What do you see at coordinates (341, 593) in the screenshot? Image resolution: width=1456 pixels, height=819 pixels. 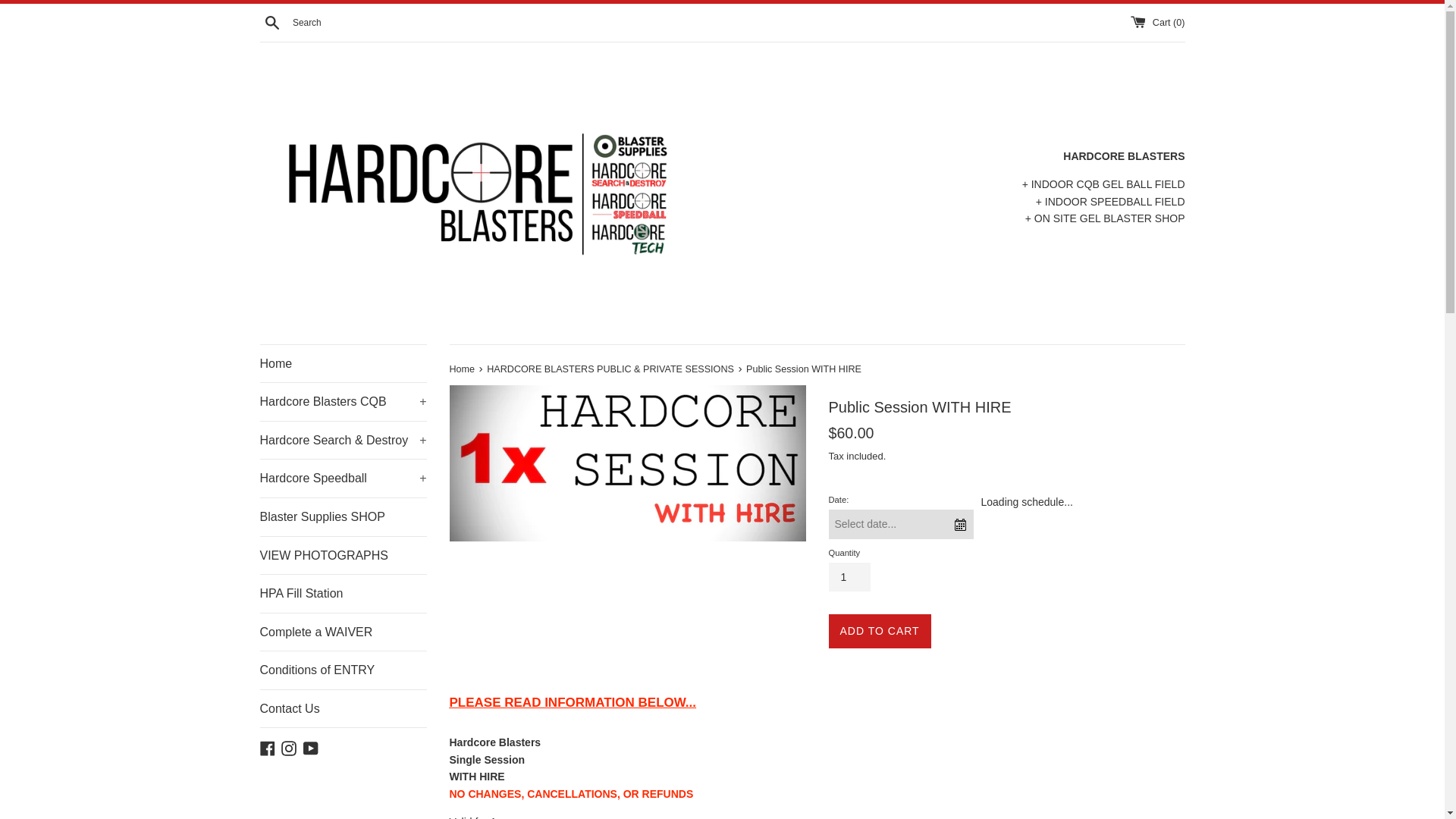 I see `'HPA Fill Station'` at bounding box center [341, 593].